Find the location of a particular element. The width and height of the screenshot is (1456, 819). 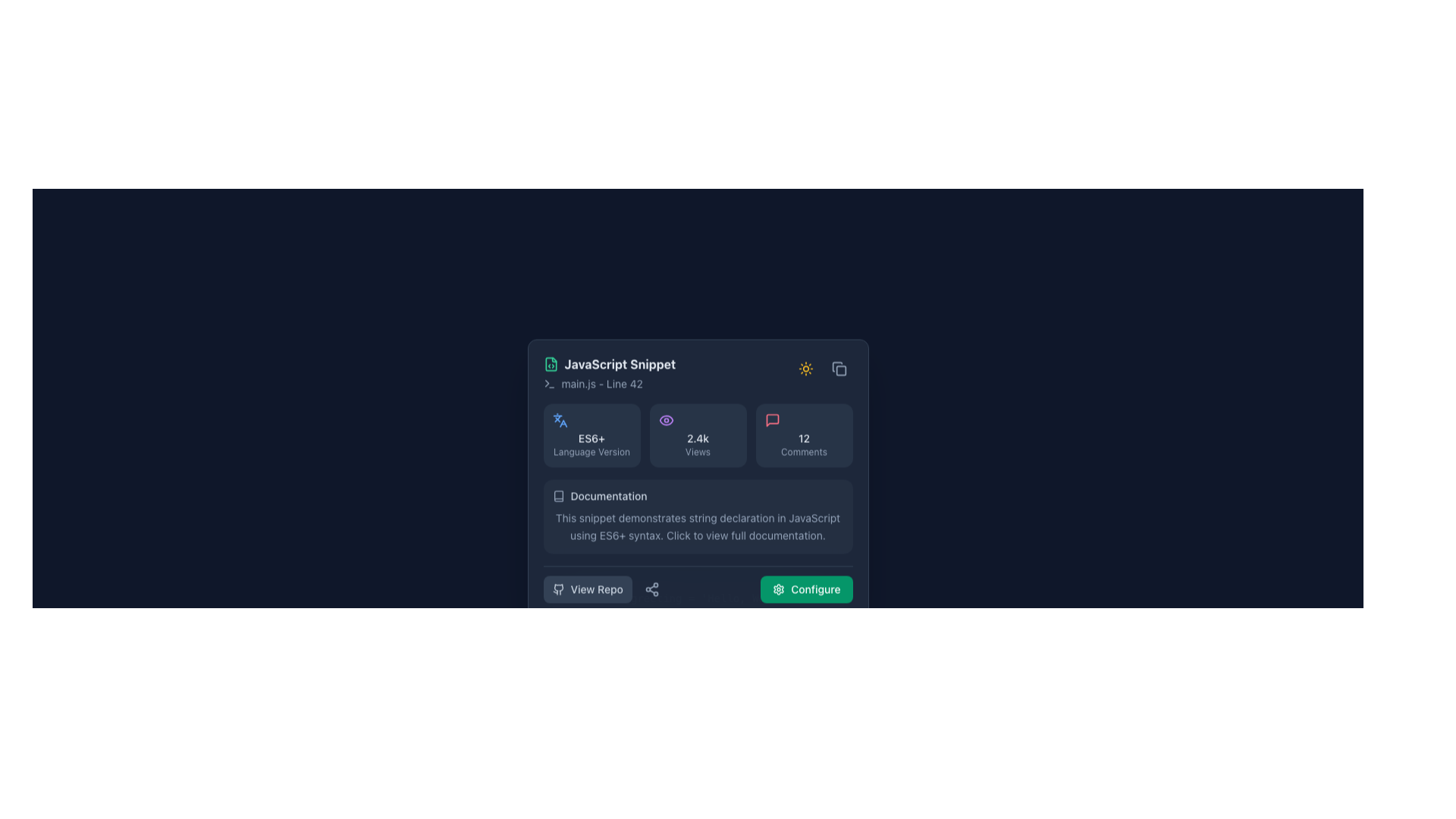

the third label/text element that serves as a descriptive label for links or references to documentation is located at coordinates (608, 496).